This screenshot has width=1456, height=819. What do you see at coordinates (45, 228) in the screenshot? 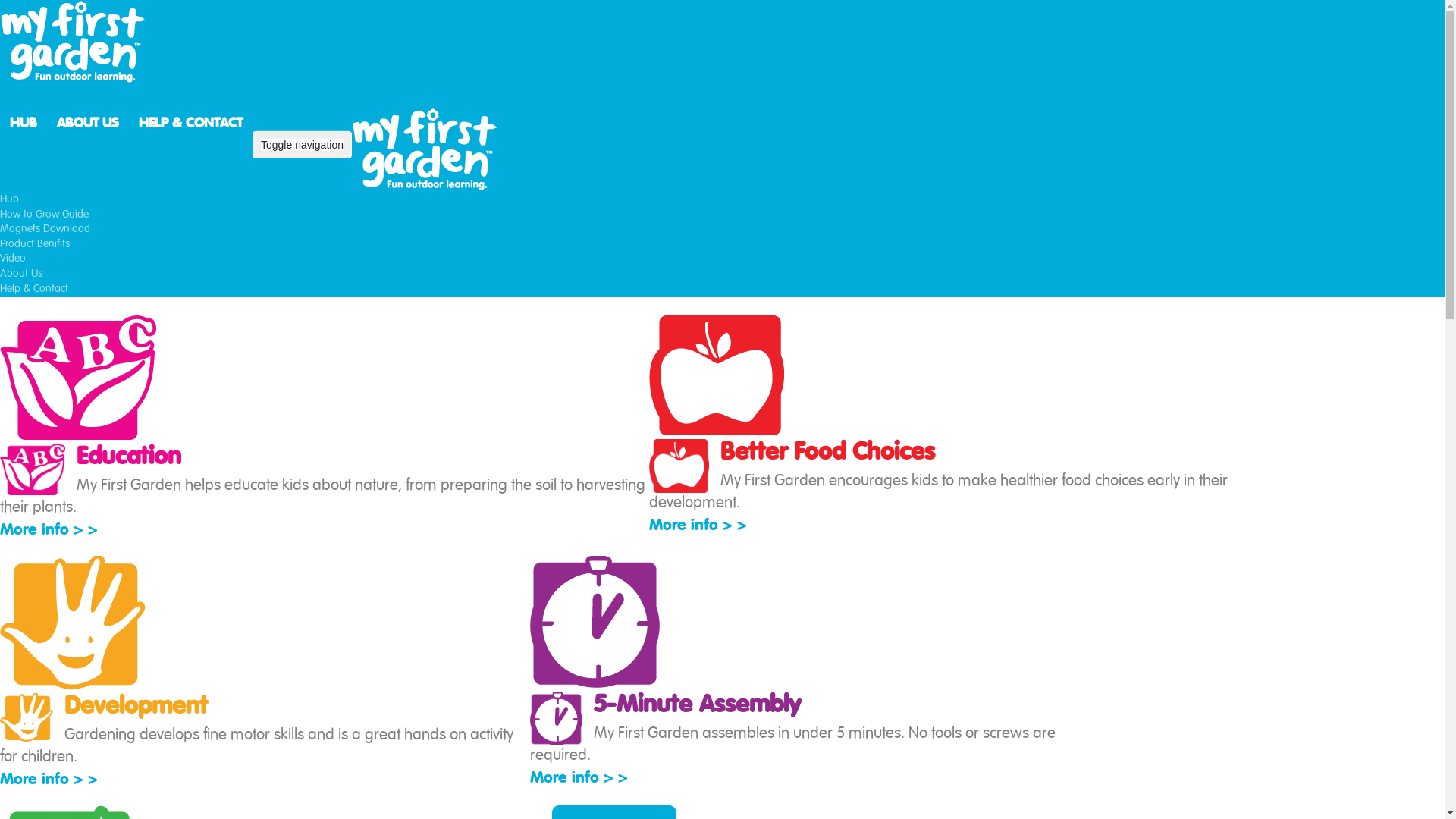
I see `'Magnets Download'` at bounding box center [45, 228].